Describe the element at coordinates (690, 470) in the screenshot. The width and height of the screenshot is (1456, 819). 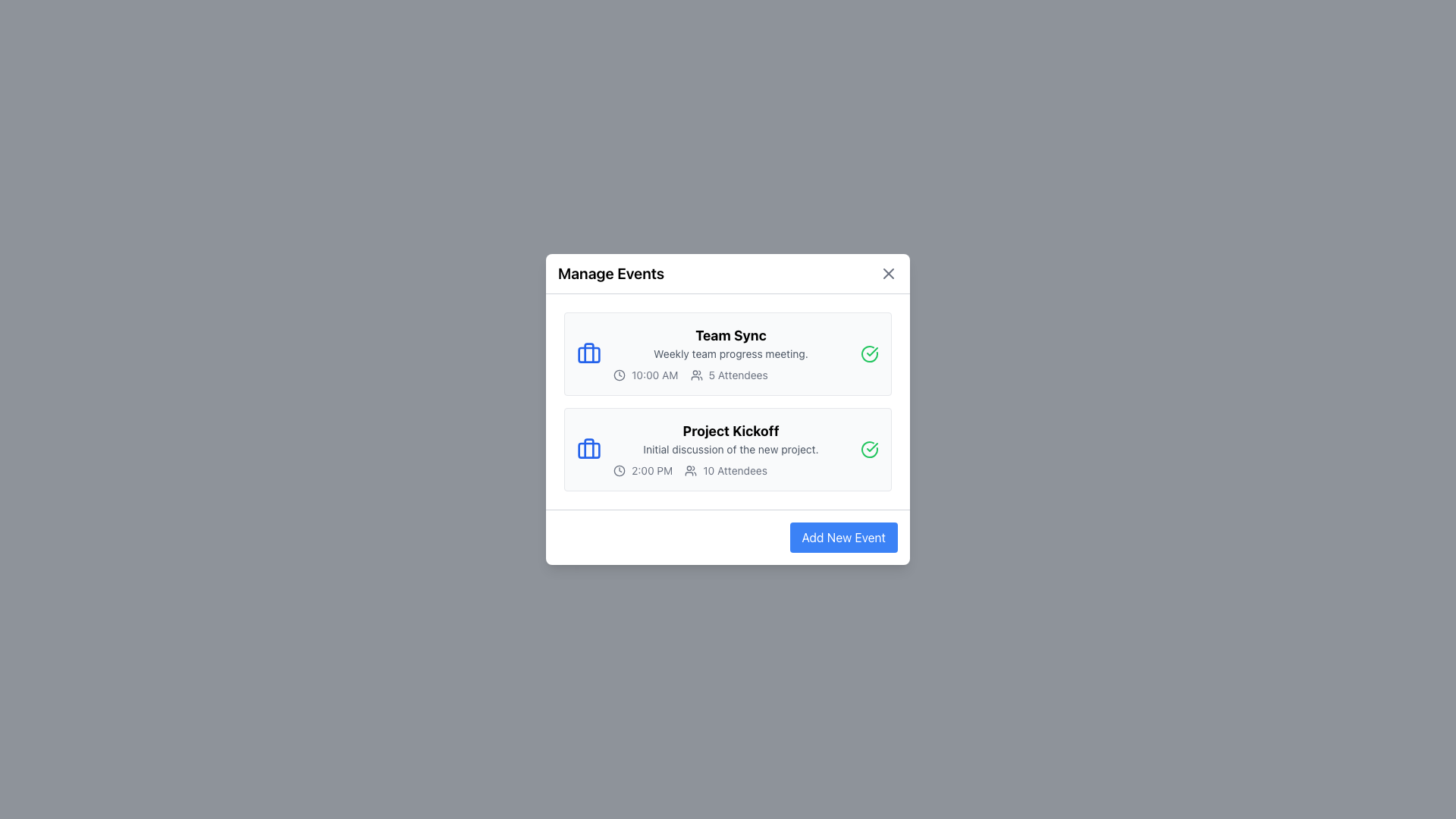
I see `the icon indicating the attendees of the event, which is positioned to the right of the '2:00 PM' text and before '10 Attendees'` at that location.